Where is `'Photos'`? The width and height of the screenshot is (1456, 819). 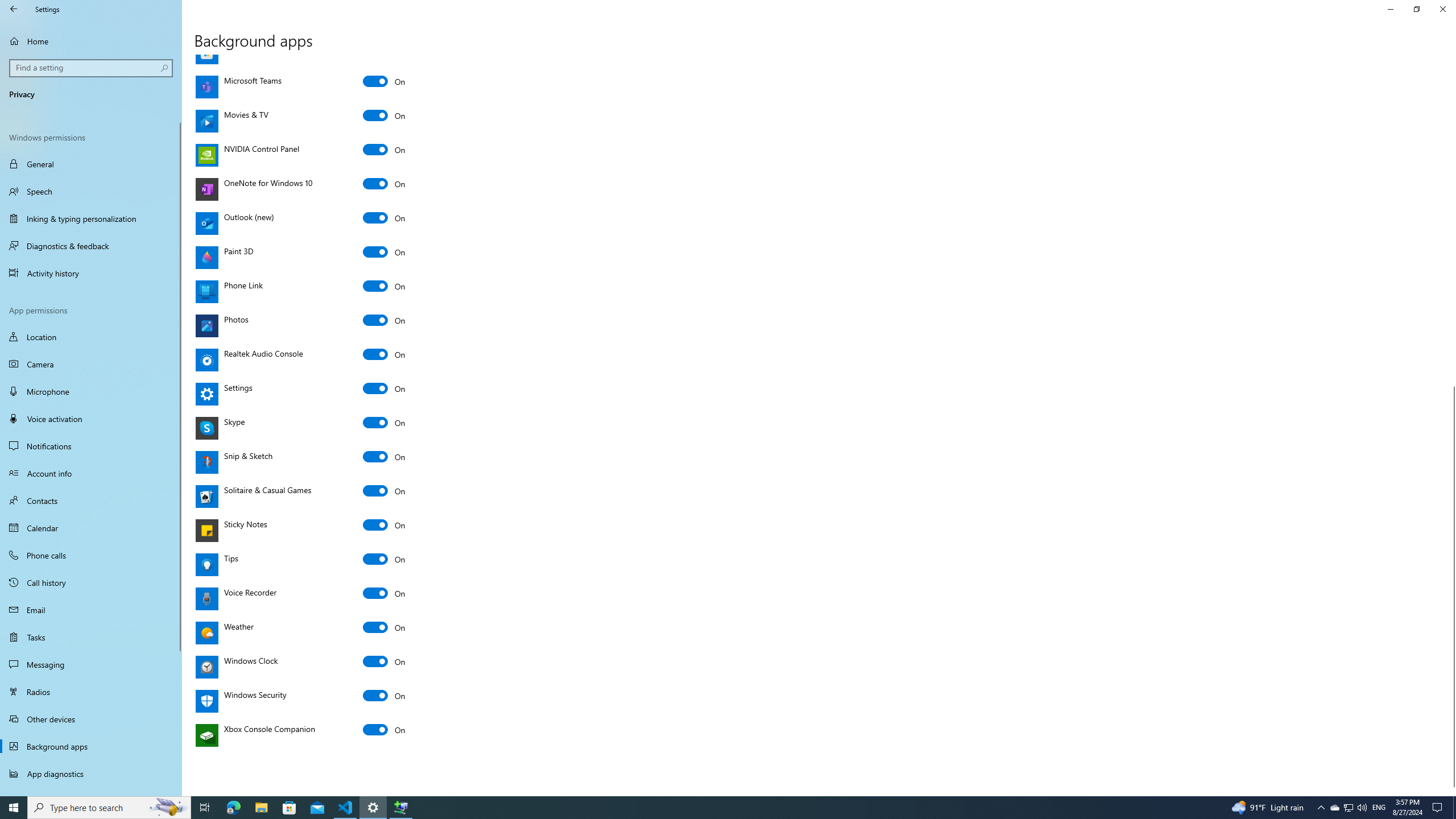 'Photos' is located at coordinates (383, 320).